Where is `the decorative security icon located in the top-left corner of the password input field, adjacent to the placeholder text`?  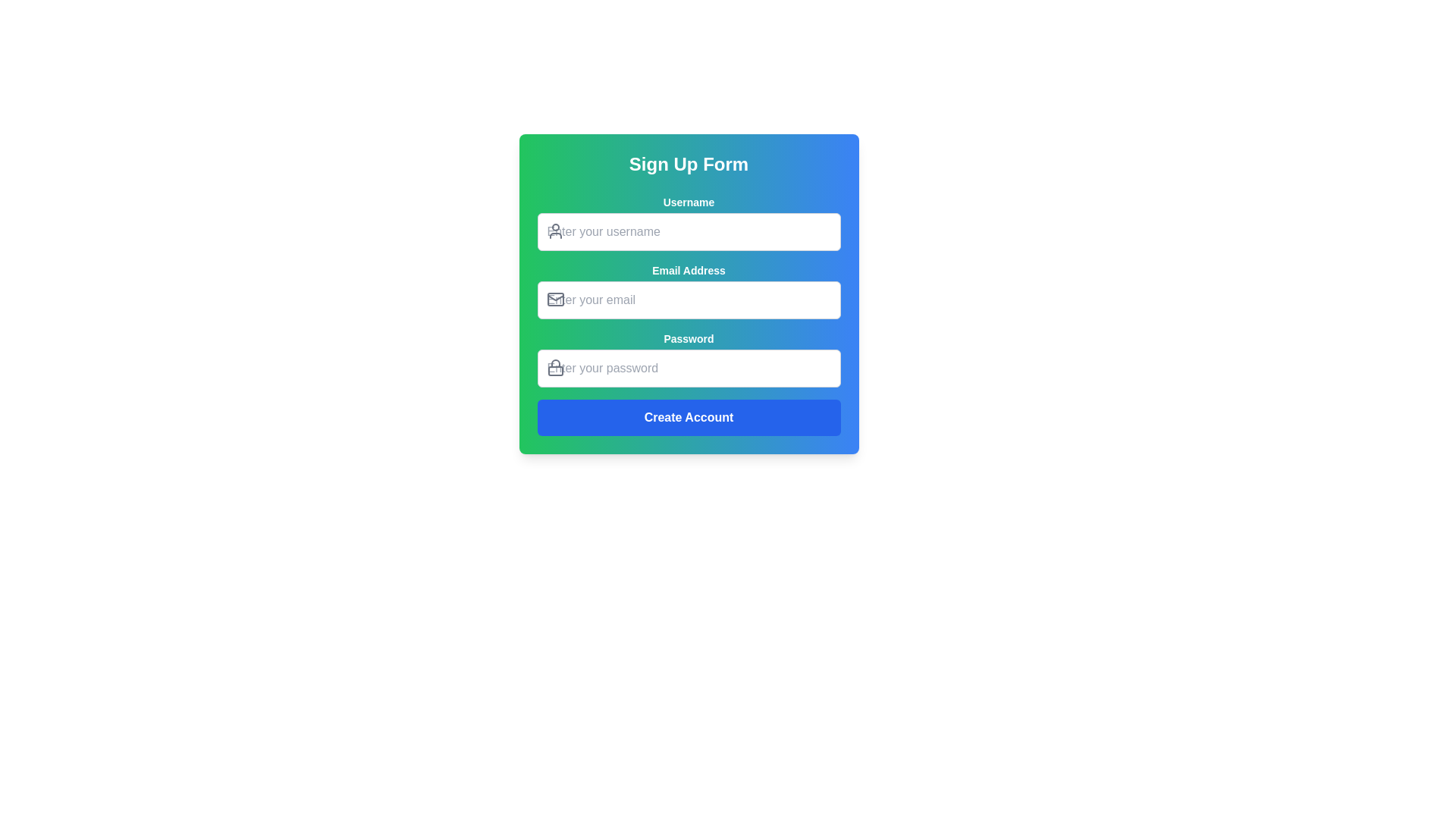
the decorative security icon located in the top-left corner of the password input field, adjacent to the placeholder text is located at coordinates (554, 368).